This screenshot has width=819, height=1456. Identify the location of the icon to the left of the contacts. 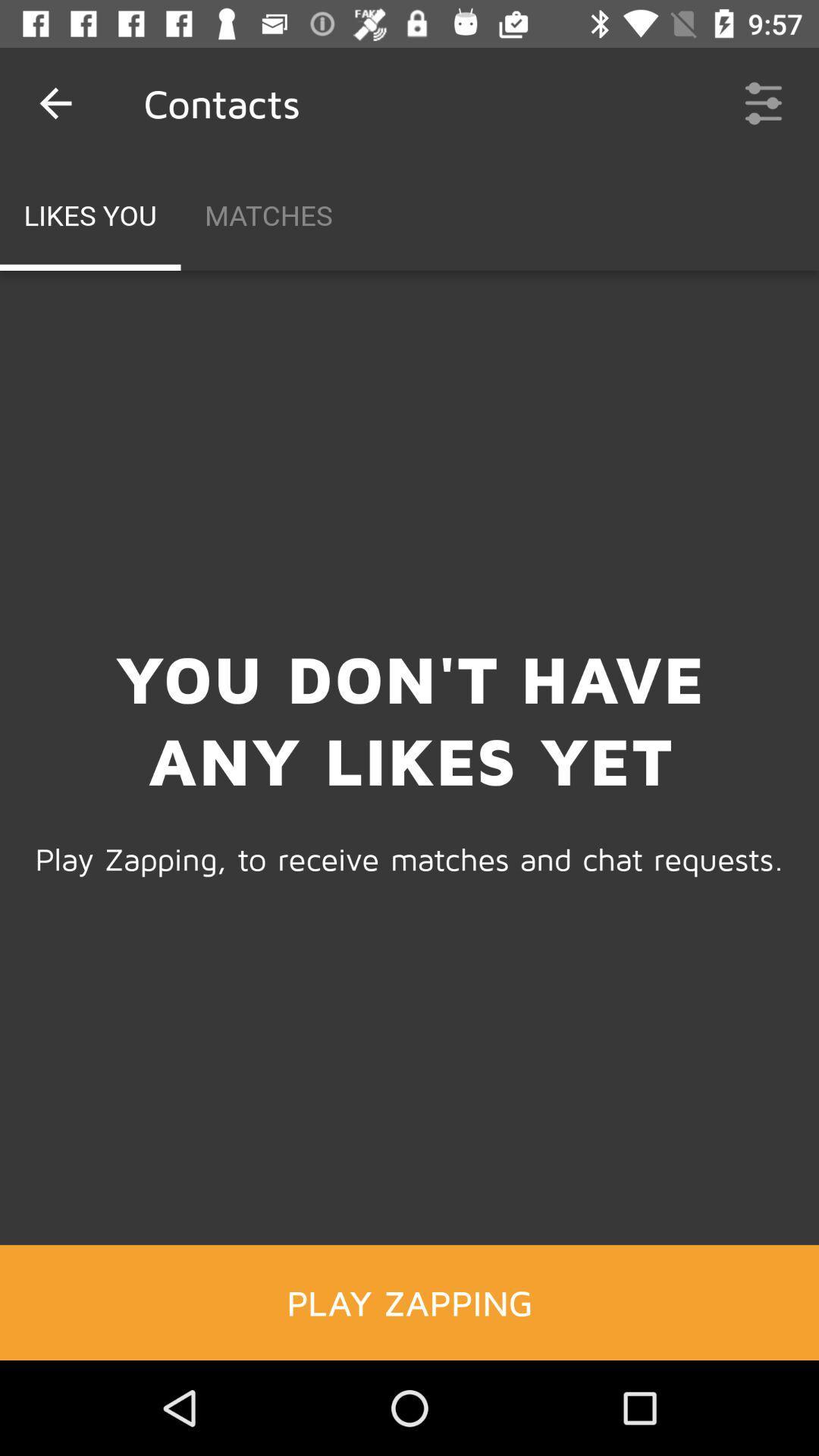
(55, 102).